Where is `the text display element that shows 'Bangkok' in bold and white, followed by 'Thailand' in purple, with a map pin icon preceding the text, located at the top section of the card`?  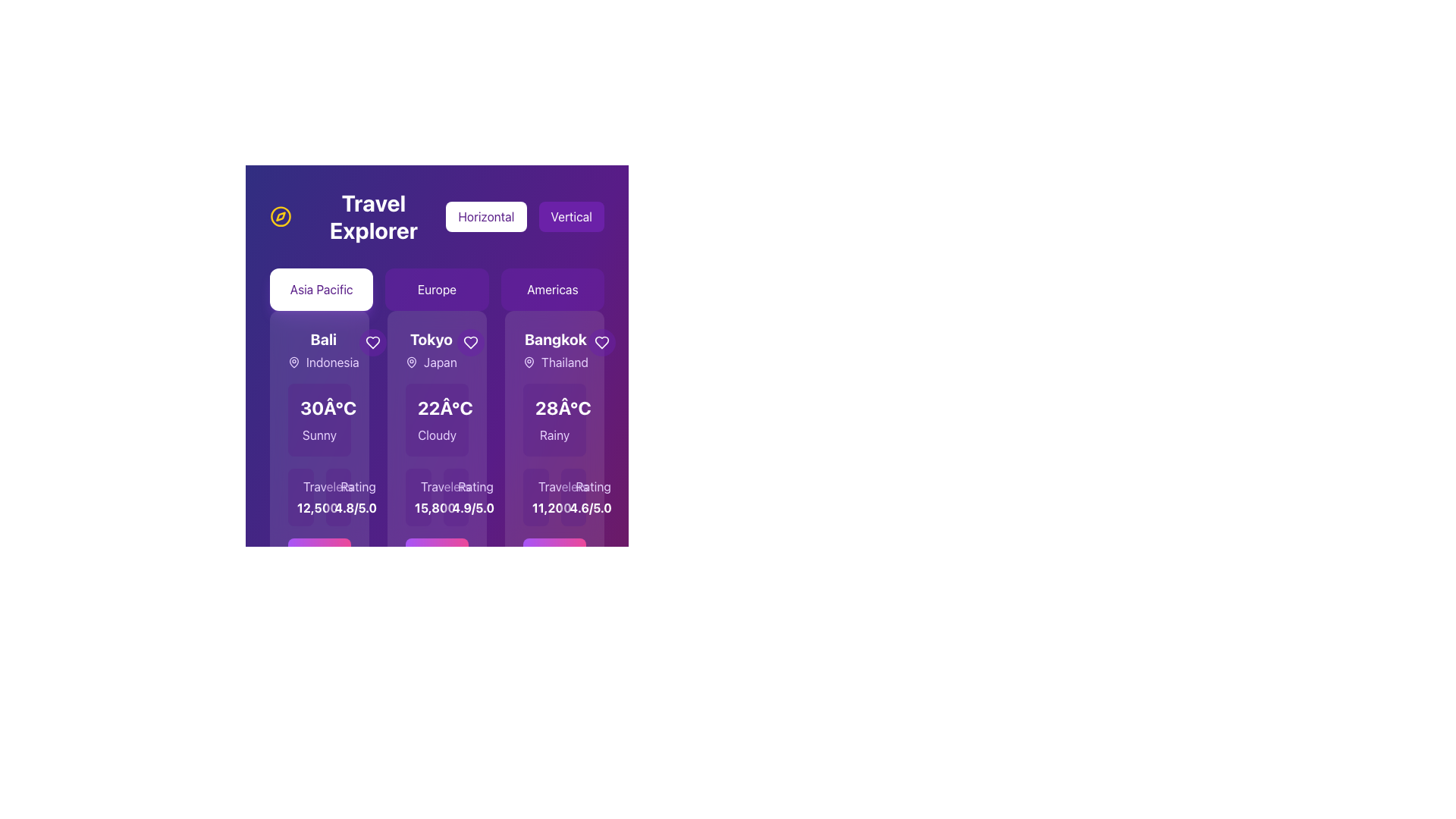 the text display element that shows 'Bangkok' in bold and white, followed by 'Thailand' in purple, with a map pin icon preceding the text, located at the top section of the card is located at coordinates (554, 350).